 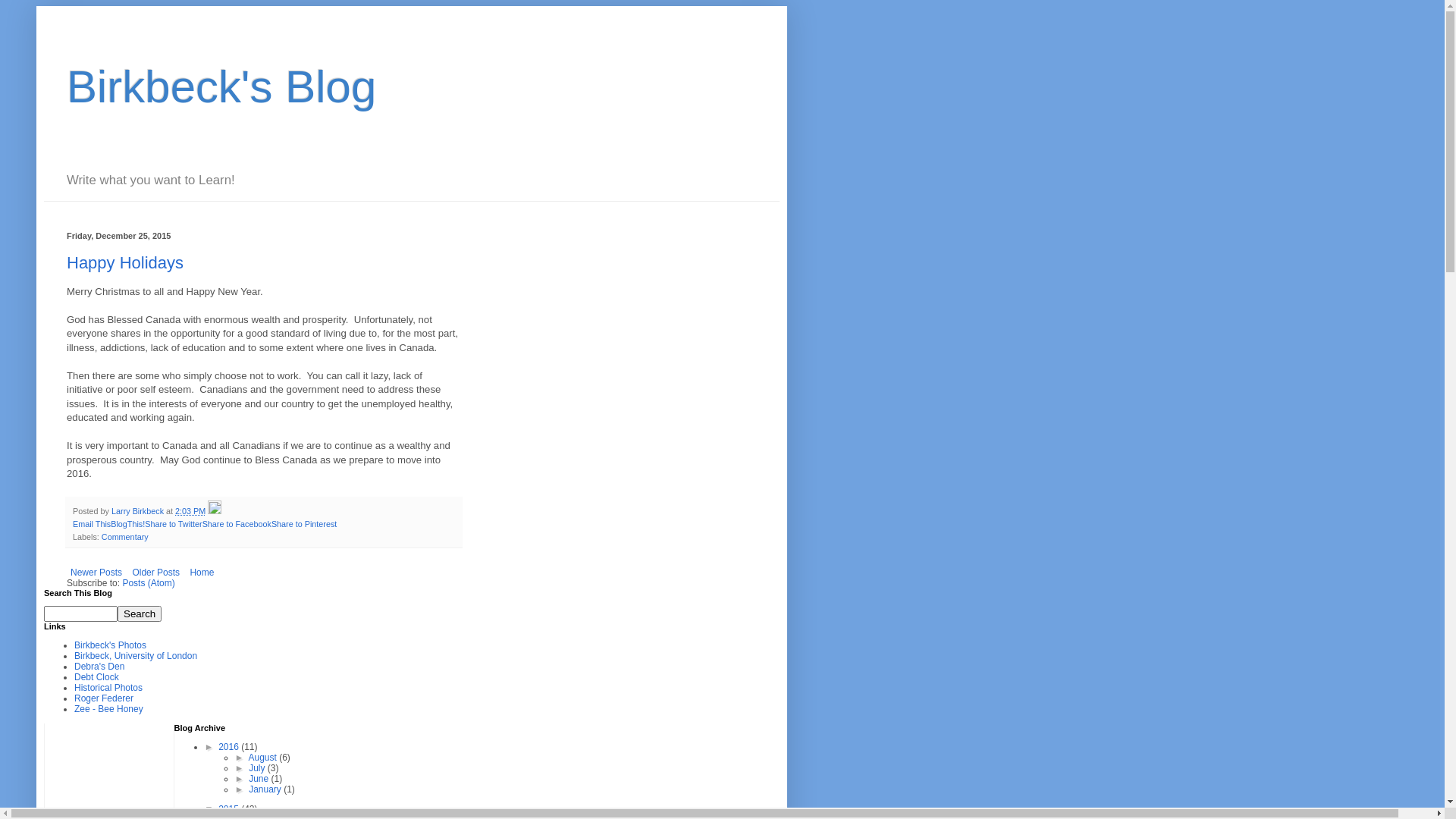 What do you see at coordinates (221, 86) in the screenshot?
I see `'Birkbeck's Blog'` at bounding box center [221, 86].